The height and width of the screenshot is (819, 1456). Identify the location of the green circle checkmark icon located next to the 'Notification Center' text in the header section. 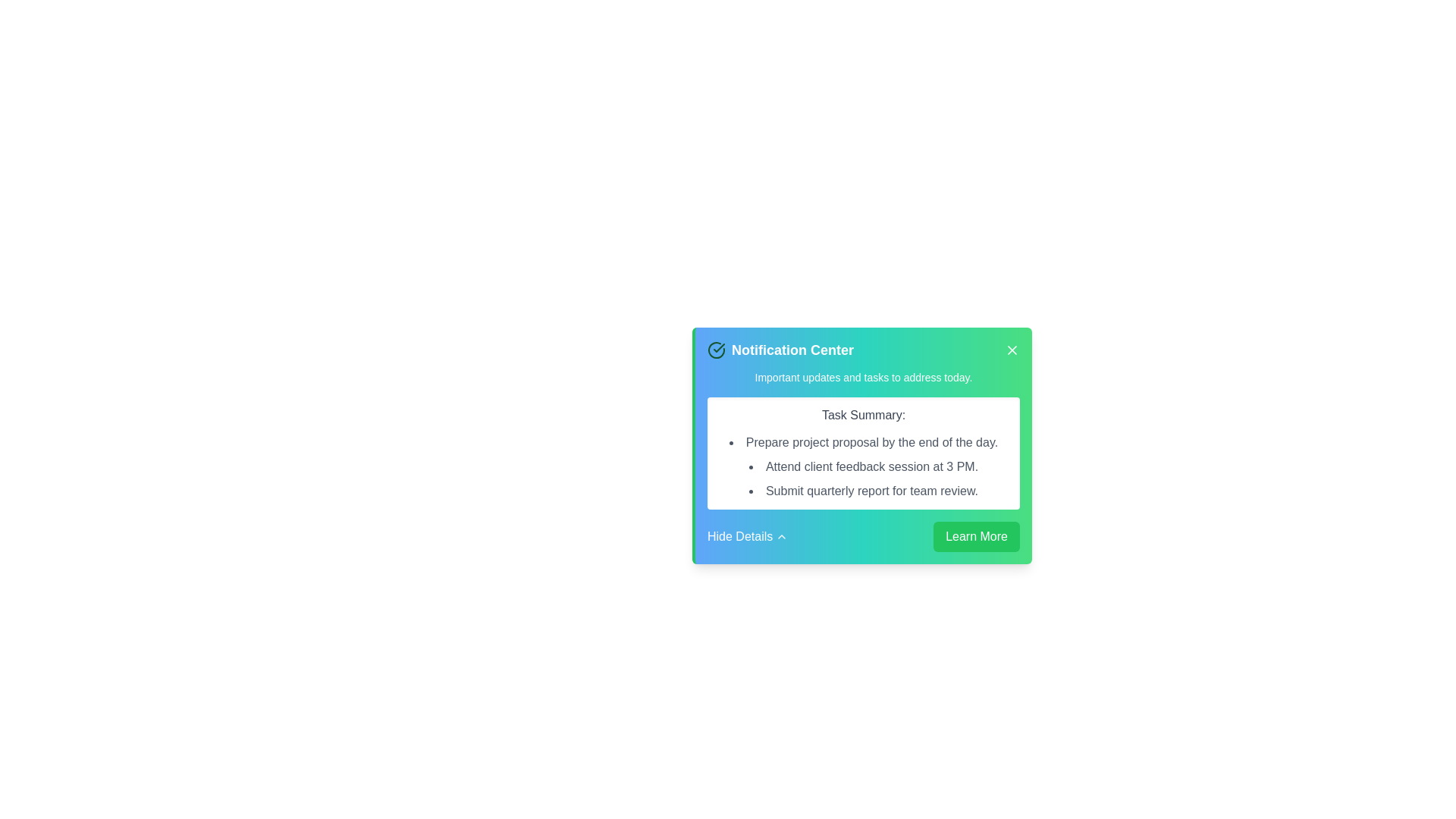
(716, 350).